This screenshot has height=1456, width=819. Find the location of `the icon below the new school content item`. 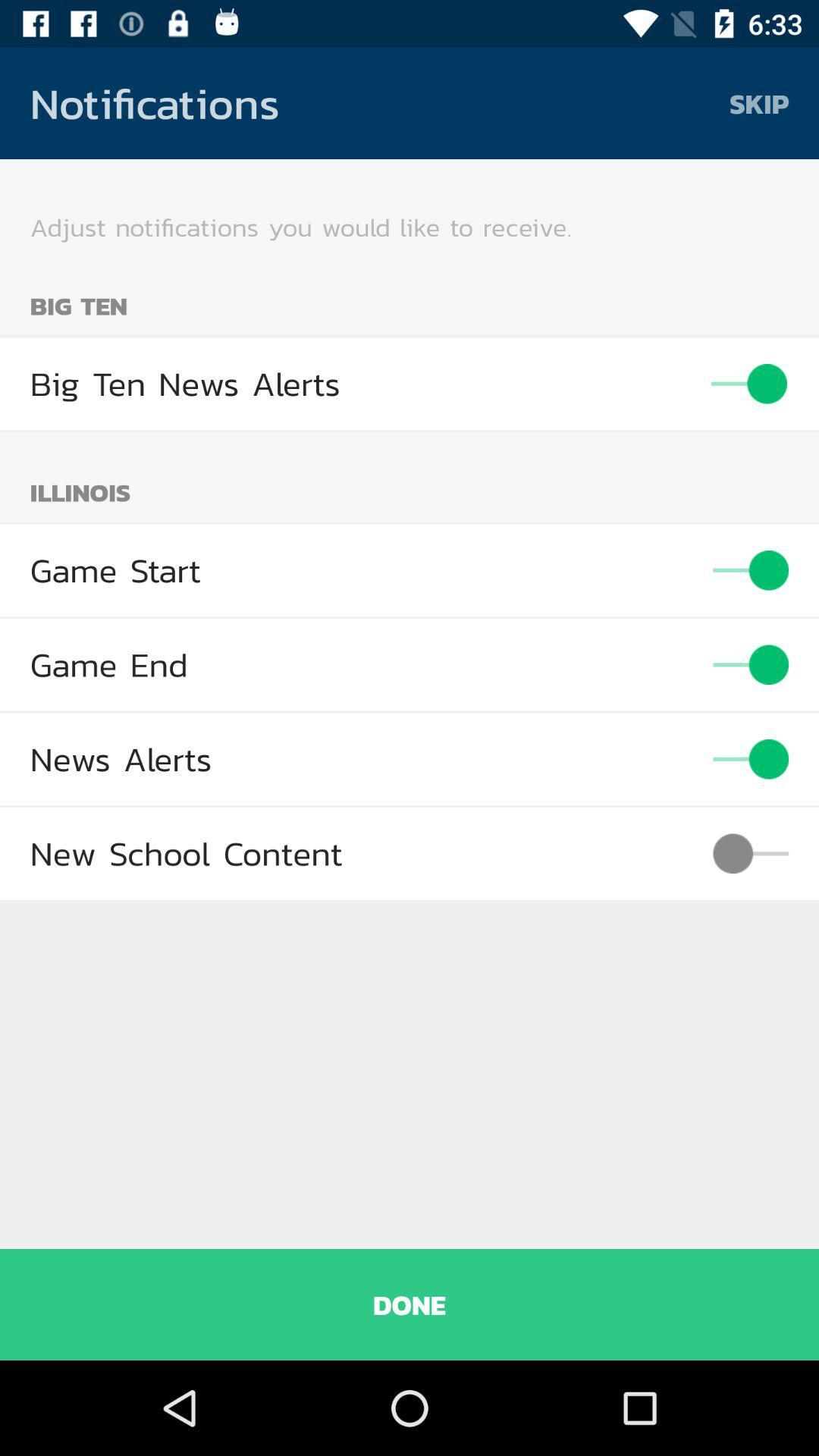

the icon below the new school content item is located at coordinates (409, 1304).